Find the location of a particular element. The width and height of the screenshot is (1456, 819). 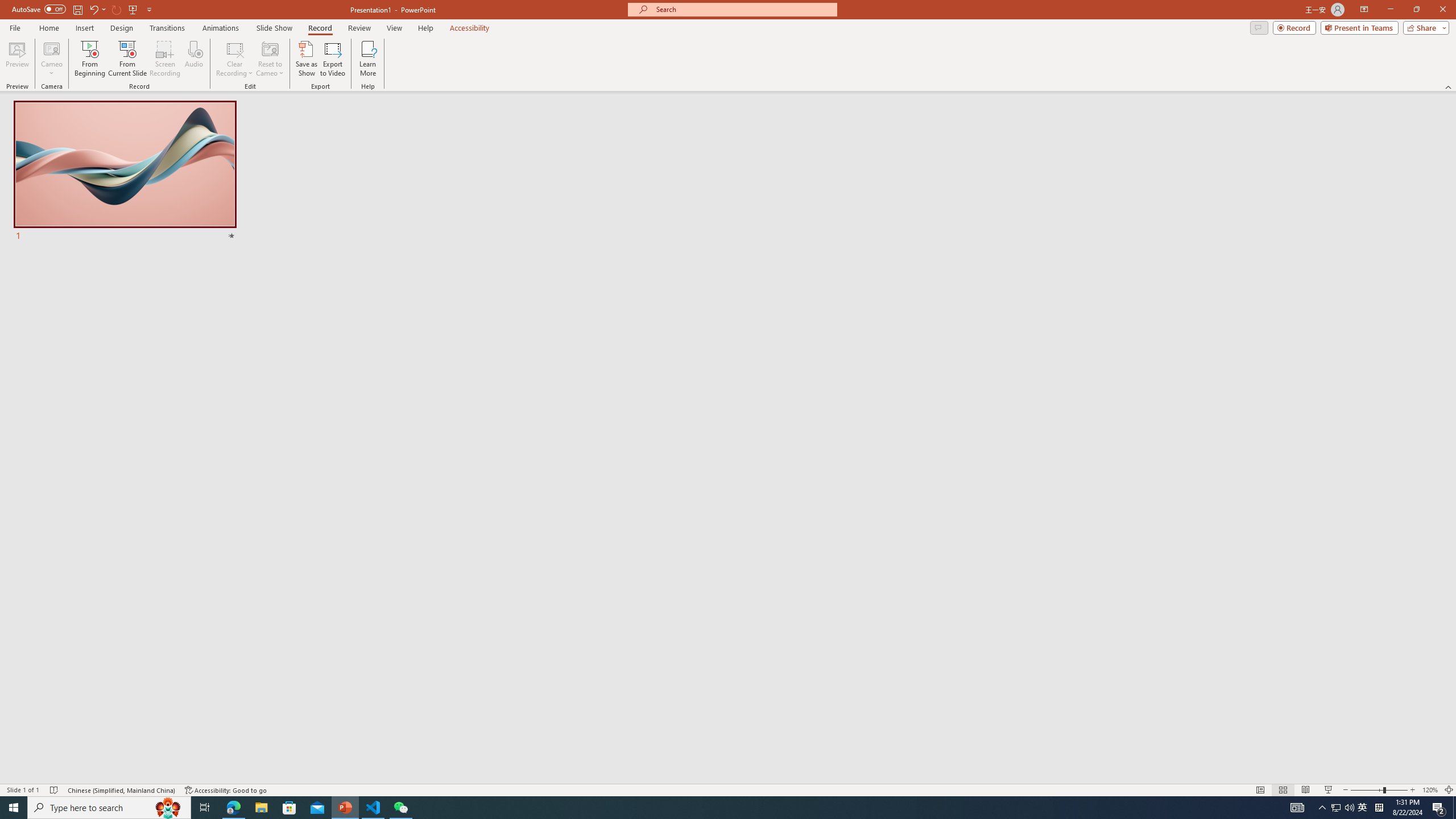

'Zoom 120%' is located at coordinates (1430, 790).